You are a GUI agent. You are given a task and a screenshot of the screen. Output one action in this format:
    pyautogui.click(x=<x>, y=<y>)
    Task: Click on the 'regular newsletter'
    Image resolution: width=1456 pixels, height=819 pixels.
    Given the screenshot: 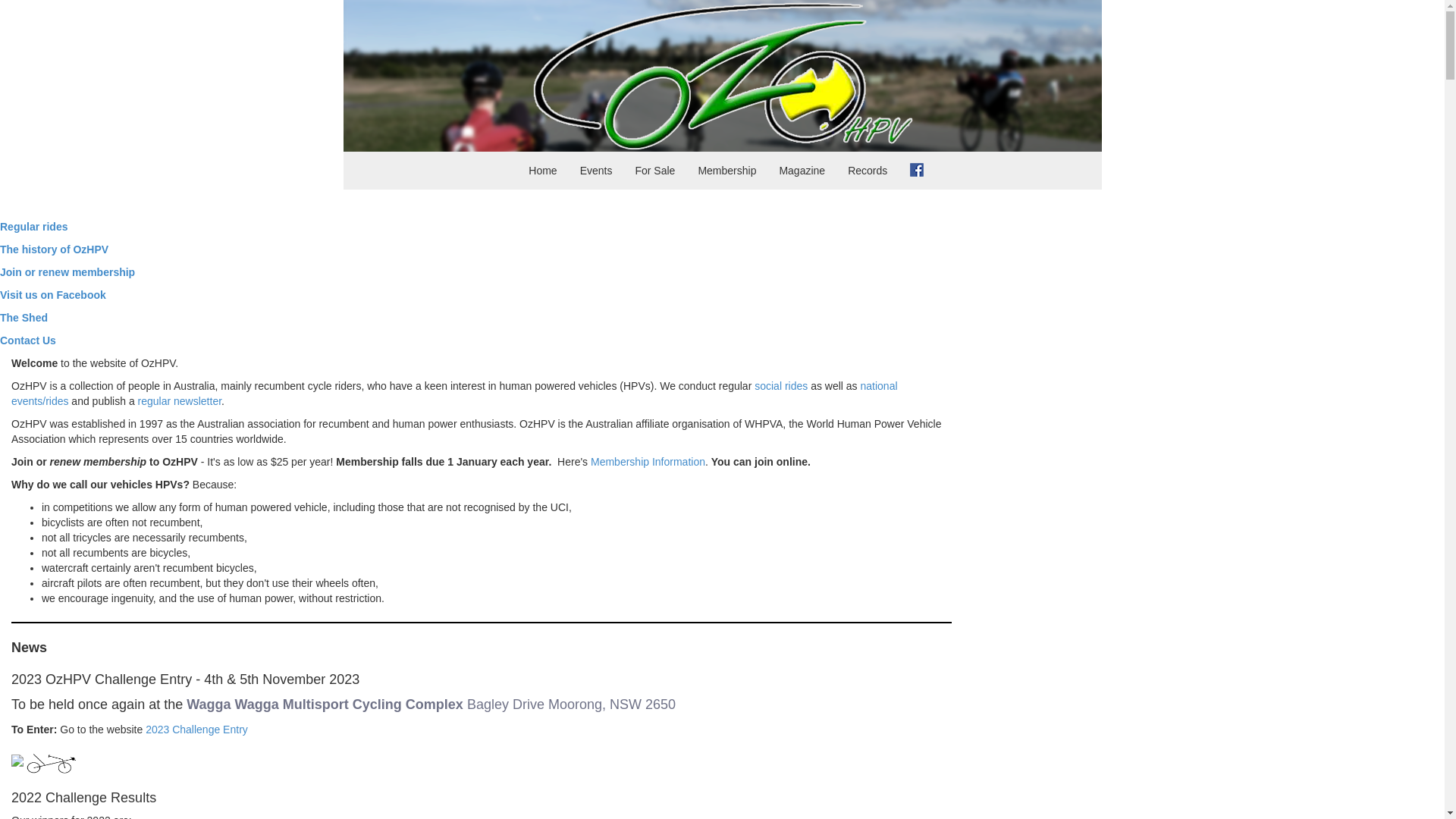 What is the action you would take?
    pyautogui.click(x=180, y=400)
    